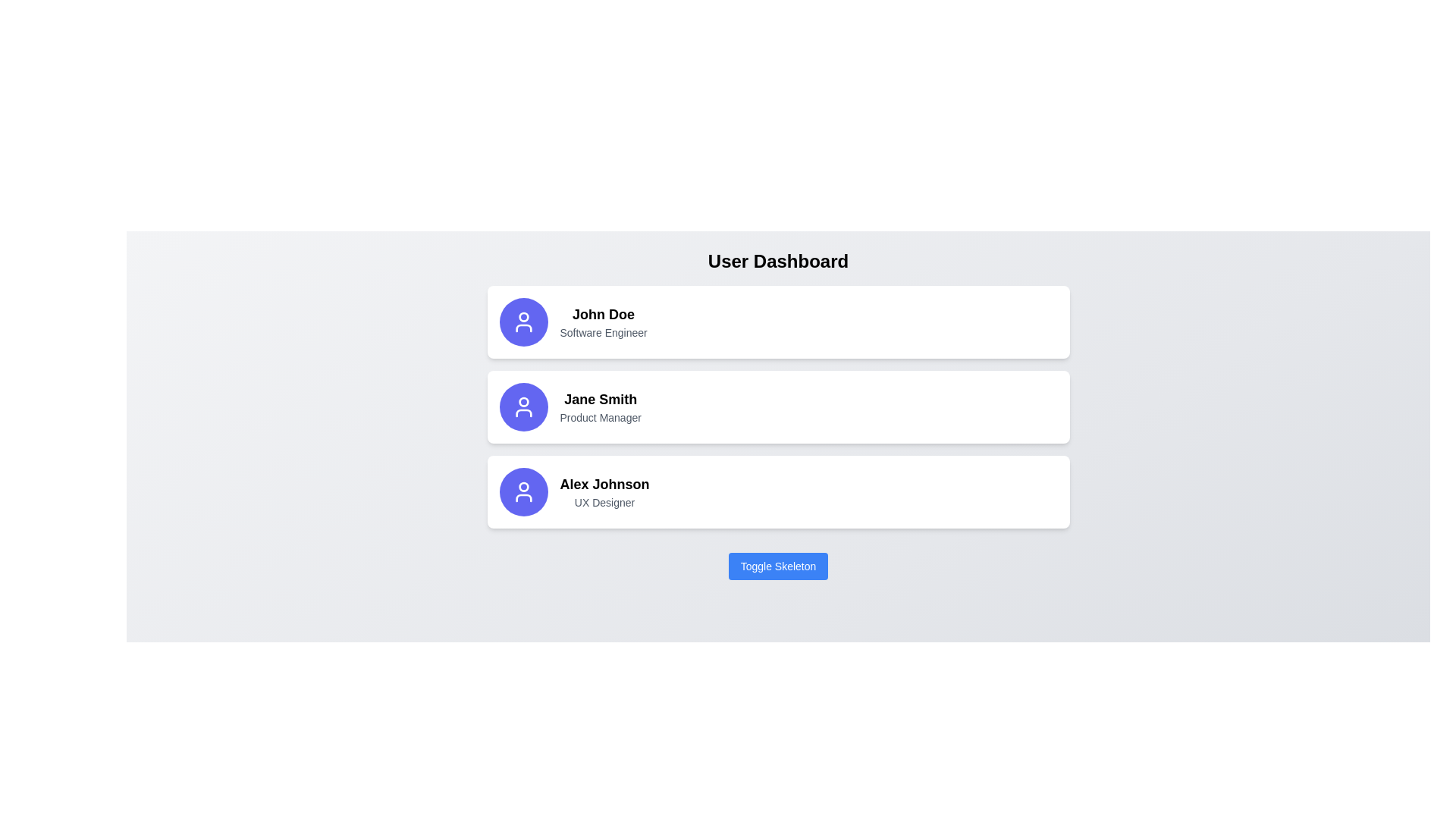  Describe the element at coordinates (603, 321) in the screenshot. I see `information displayed in the Text display element showing 'John Doe' and 'Software Engineer', located in the topmost card under the 'User Dashboard' heading` at that location.